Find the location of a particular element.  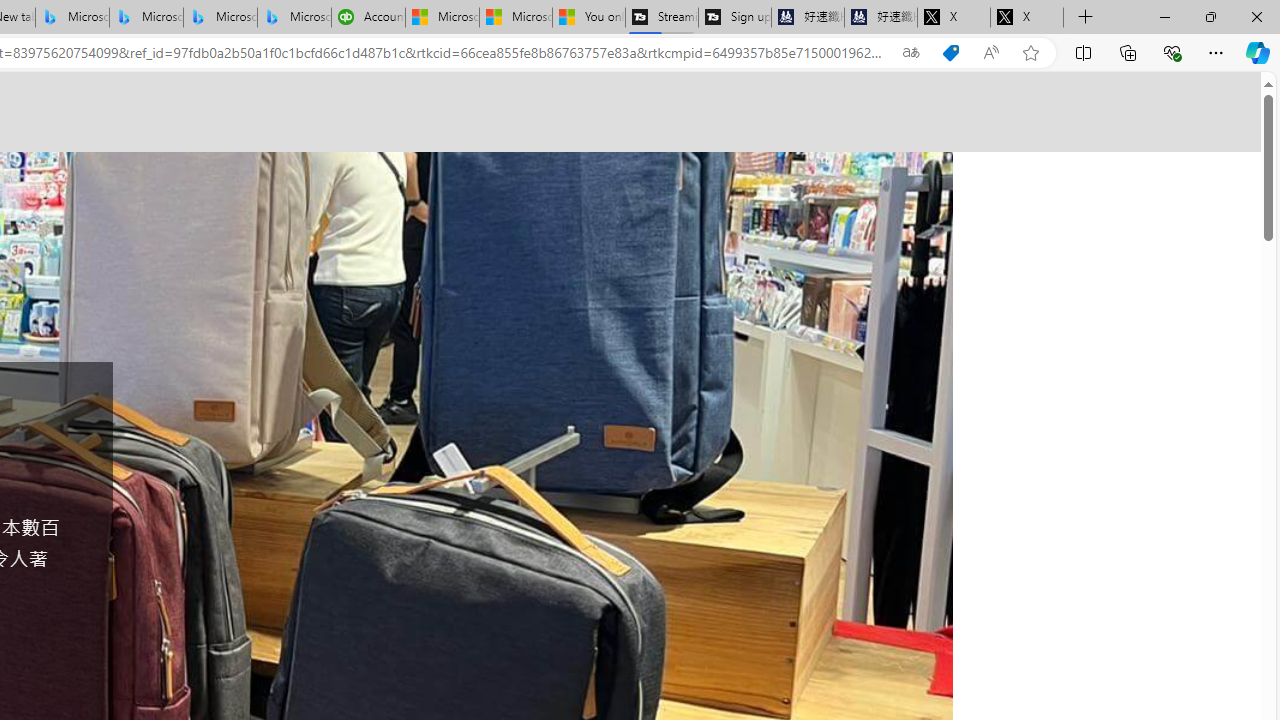

'Microsoft Bing Travel - Stays in Bangkok, Bangkok, Thailand' is located at coordinates (145, 17).